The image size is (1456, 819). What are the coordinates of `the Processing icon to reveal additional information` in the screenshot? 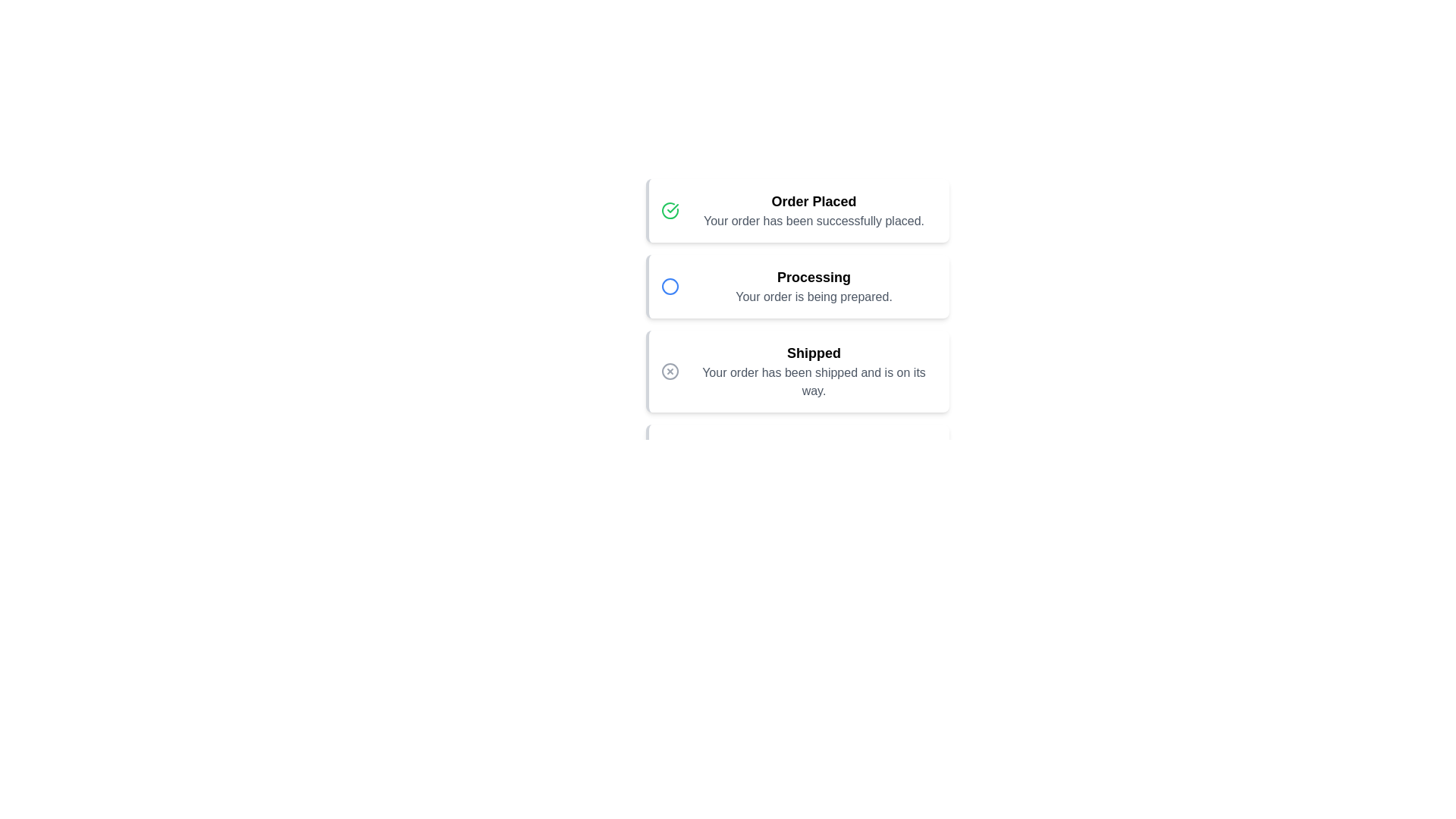 It's located at (669, 287).